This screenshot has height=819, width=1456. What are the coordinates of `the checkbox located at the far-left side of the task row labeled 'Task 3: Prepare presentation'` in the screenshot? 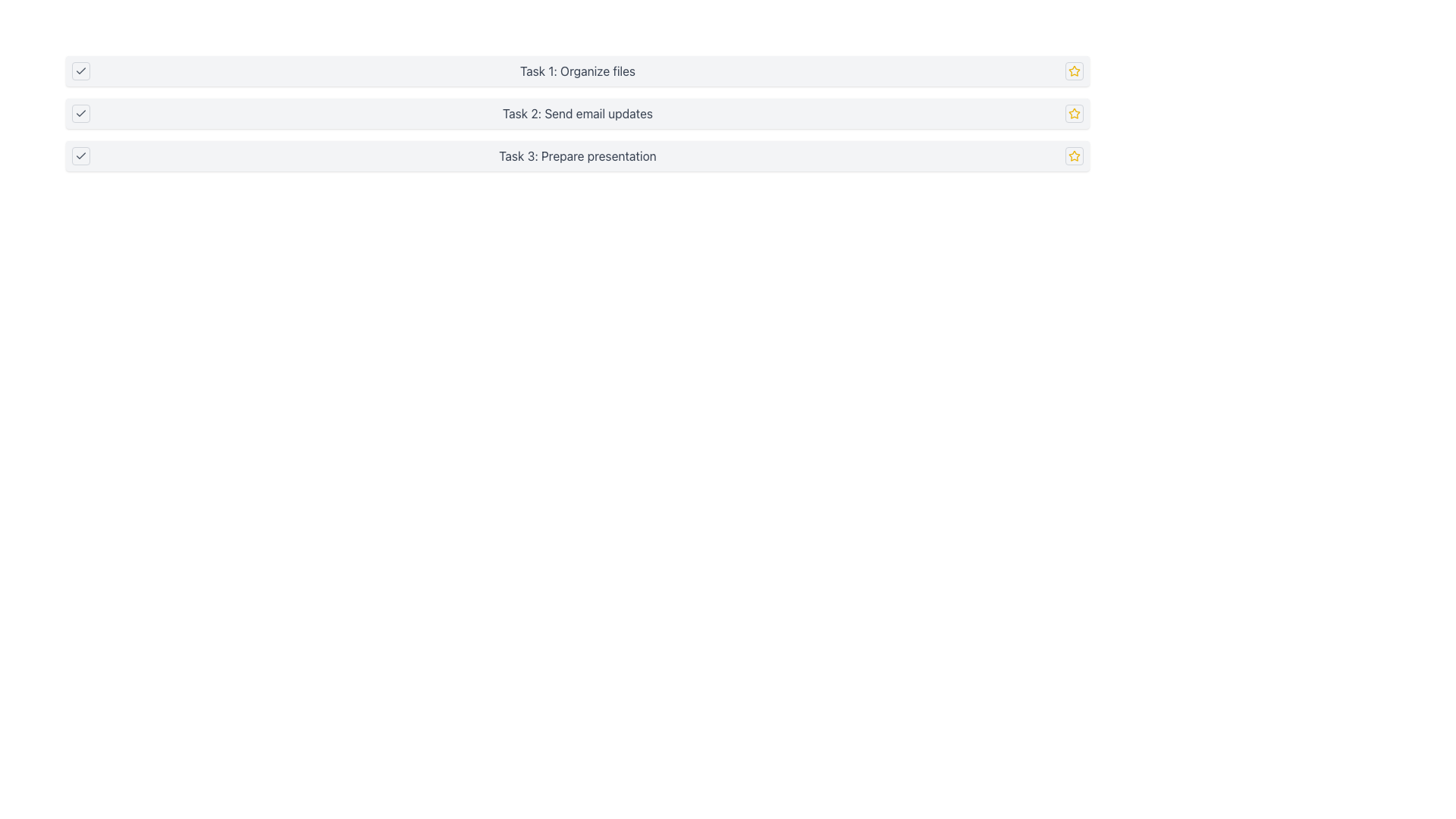 It's located at (80, 155).